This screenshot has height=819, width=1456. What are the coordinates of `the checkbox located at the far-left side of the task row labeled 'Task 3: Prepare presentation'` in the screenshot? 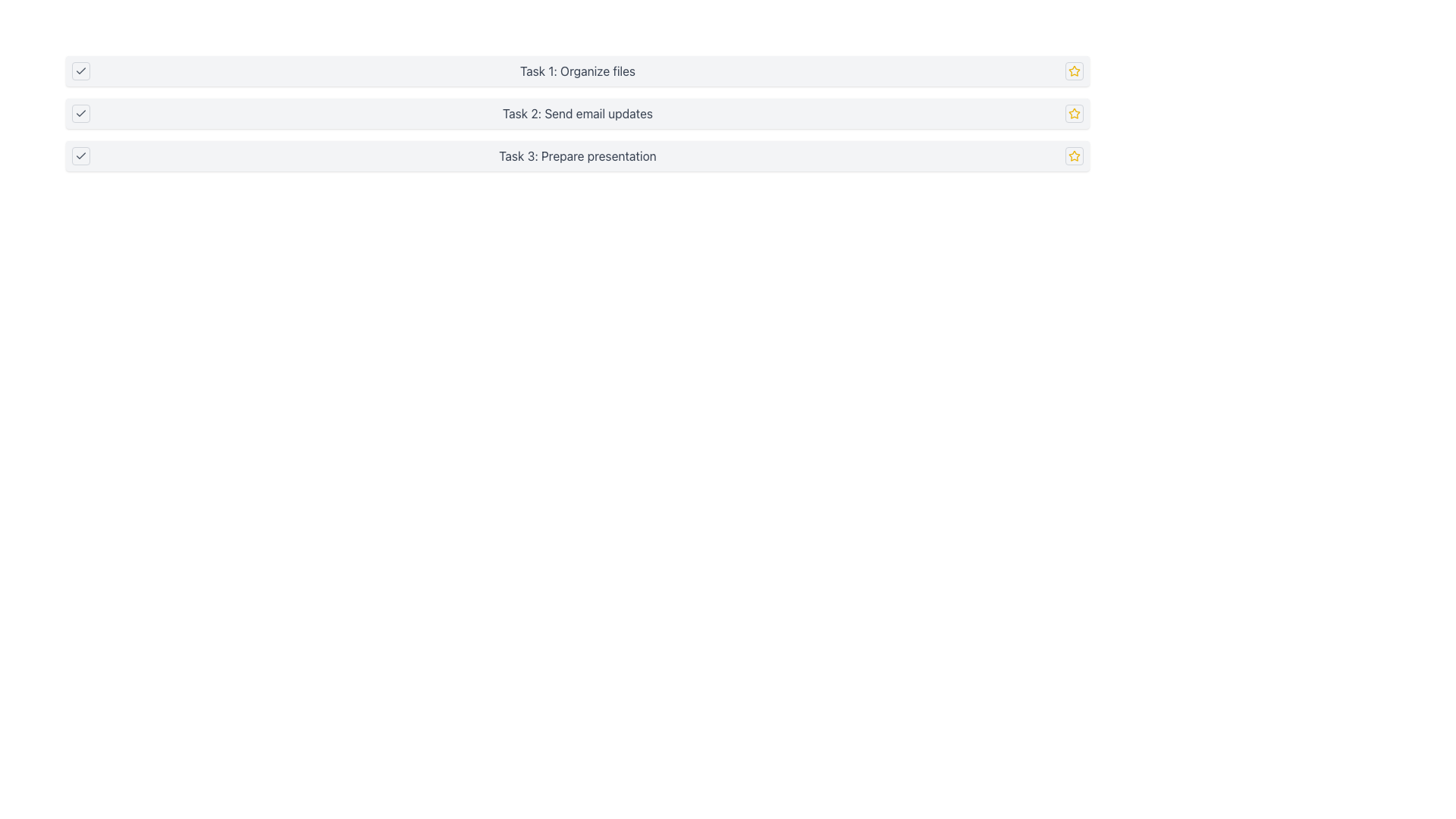 It's located at (80, 155).